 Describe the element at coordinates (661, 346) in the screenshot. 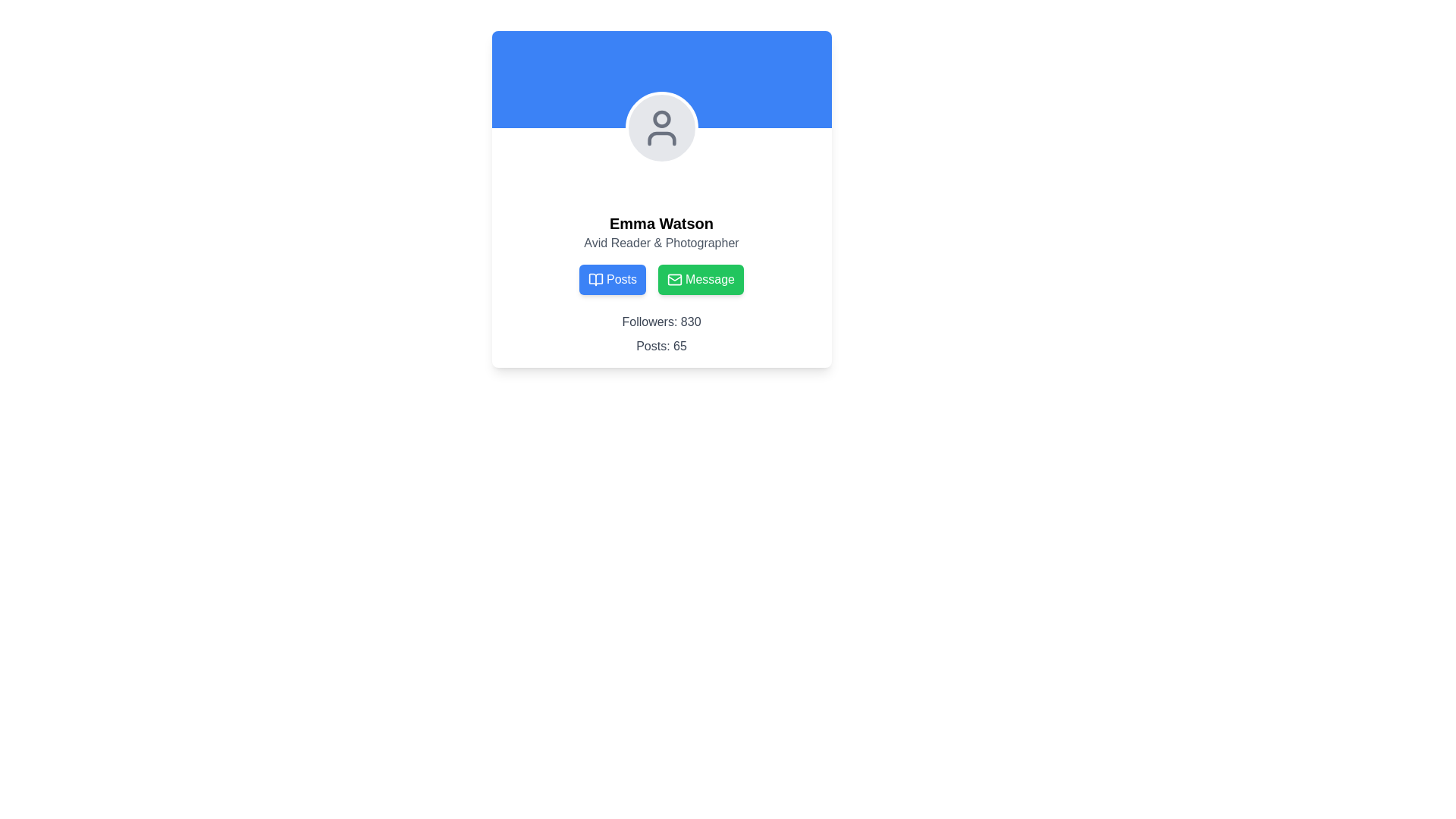

I see `the text element that displays the count of posts associated with the user's profile, which is located under the 'Followers: 830' text` at that location.